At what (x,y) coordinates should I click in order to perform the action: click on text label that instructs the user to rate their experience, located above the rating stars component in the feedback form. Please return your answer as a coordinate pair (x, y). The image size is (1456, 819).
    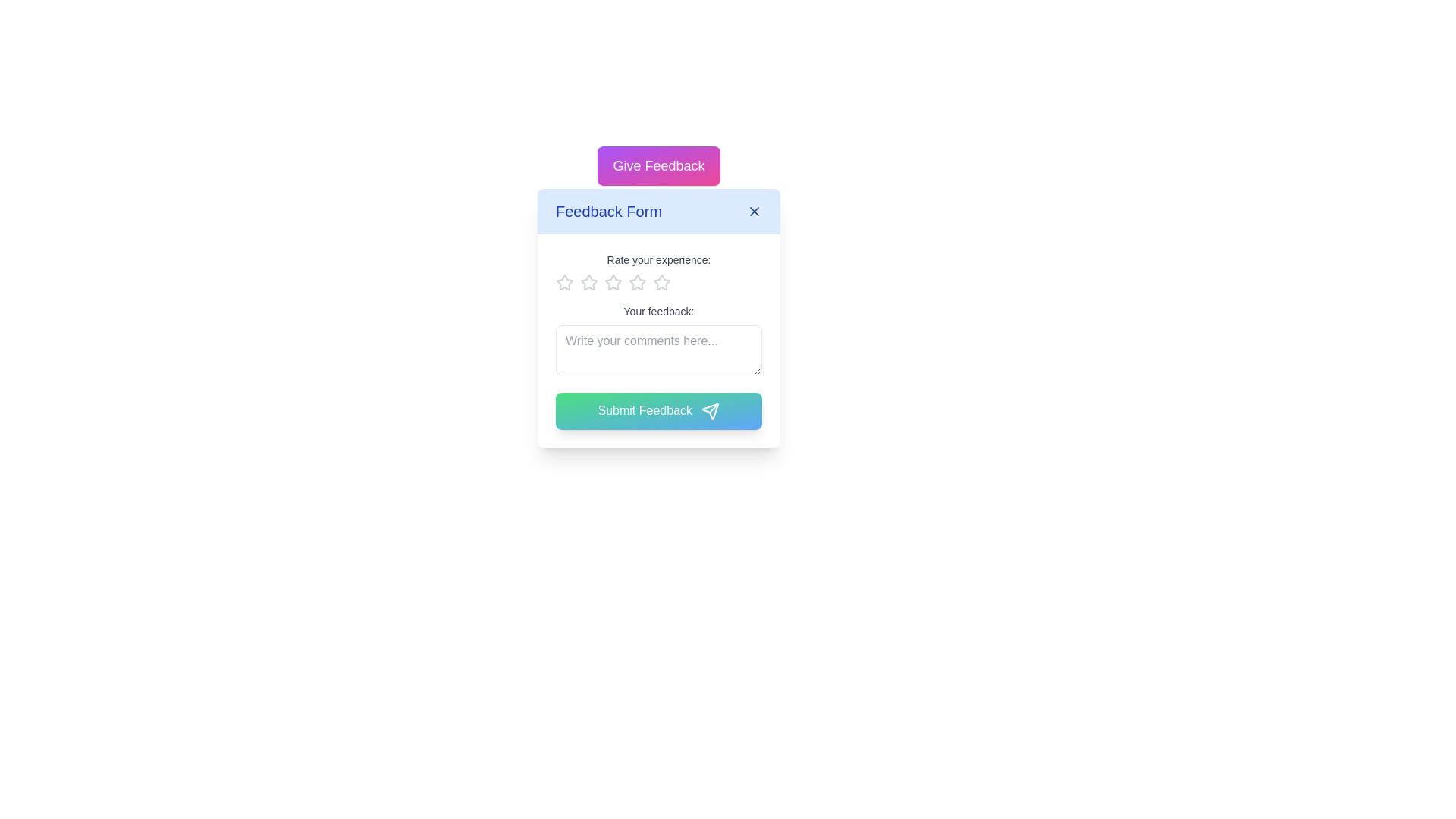
    Looking at the image, I should click on (658, 259).